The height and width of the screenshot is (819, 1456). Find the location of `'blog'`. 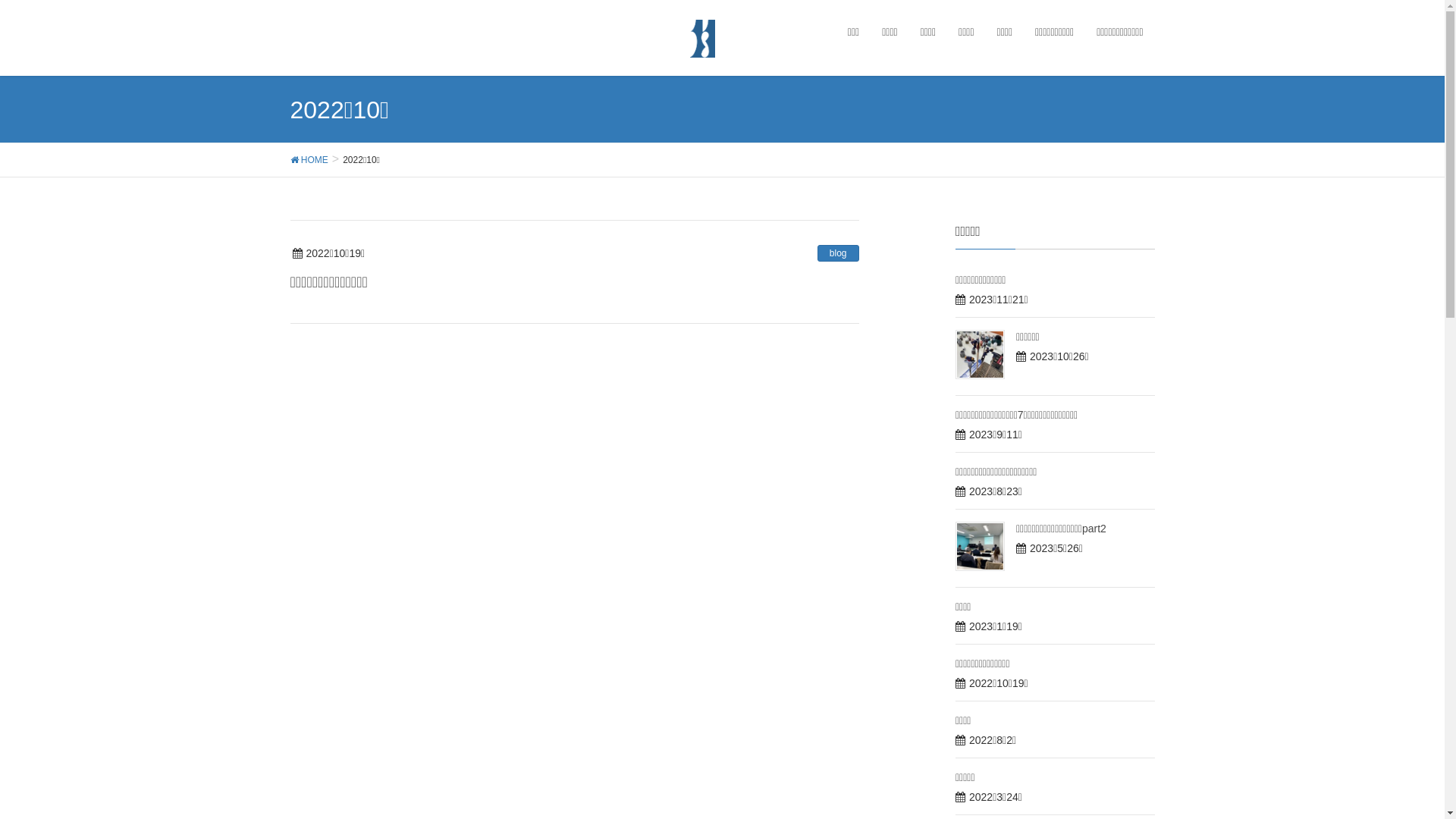

'blog' is located at coordinates (817, 253).